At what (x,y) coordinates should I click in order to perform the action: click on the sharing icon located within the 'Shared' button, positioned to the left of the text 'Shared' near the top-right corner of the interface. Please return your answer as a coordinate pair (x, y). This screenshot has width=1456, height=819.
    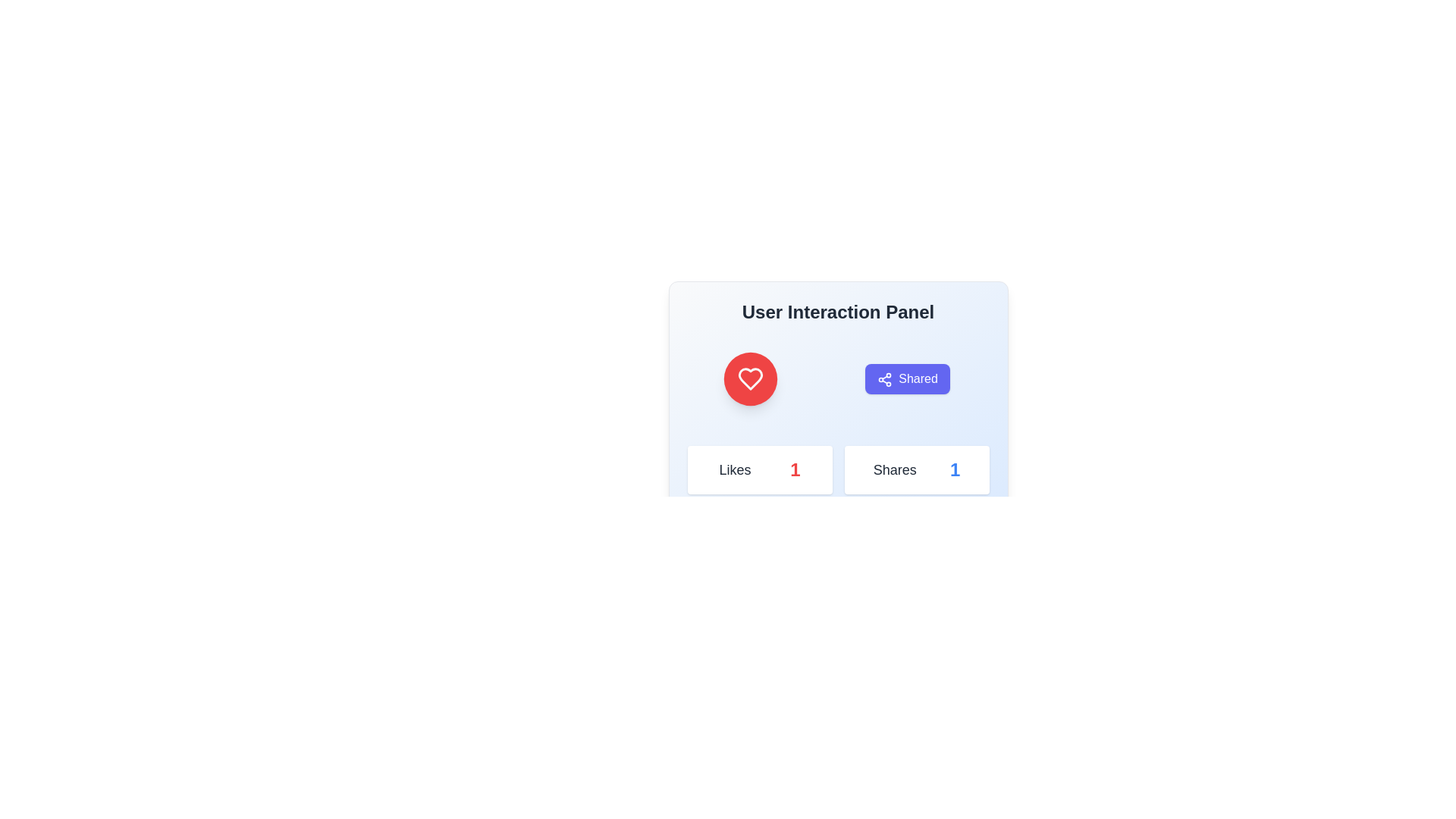
    Looking at the image, I should click on (885, 378).